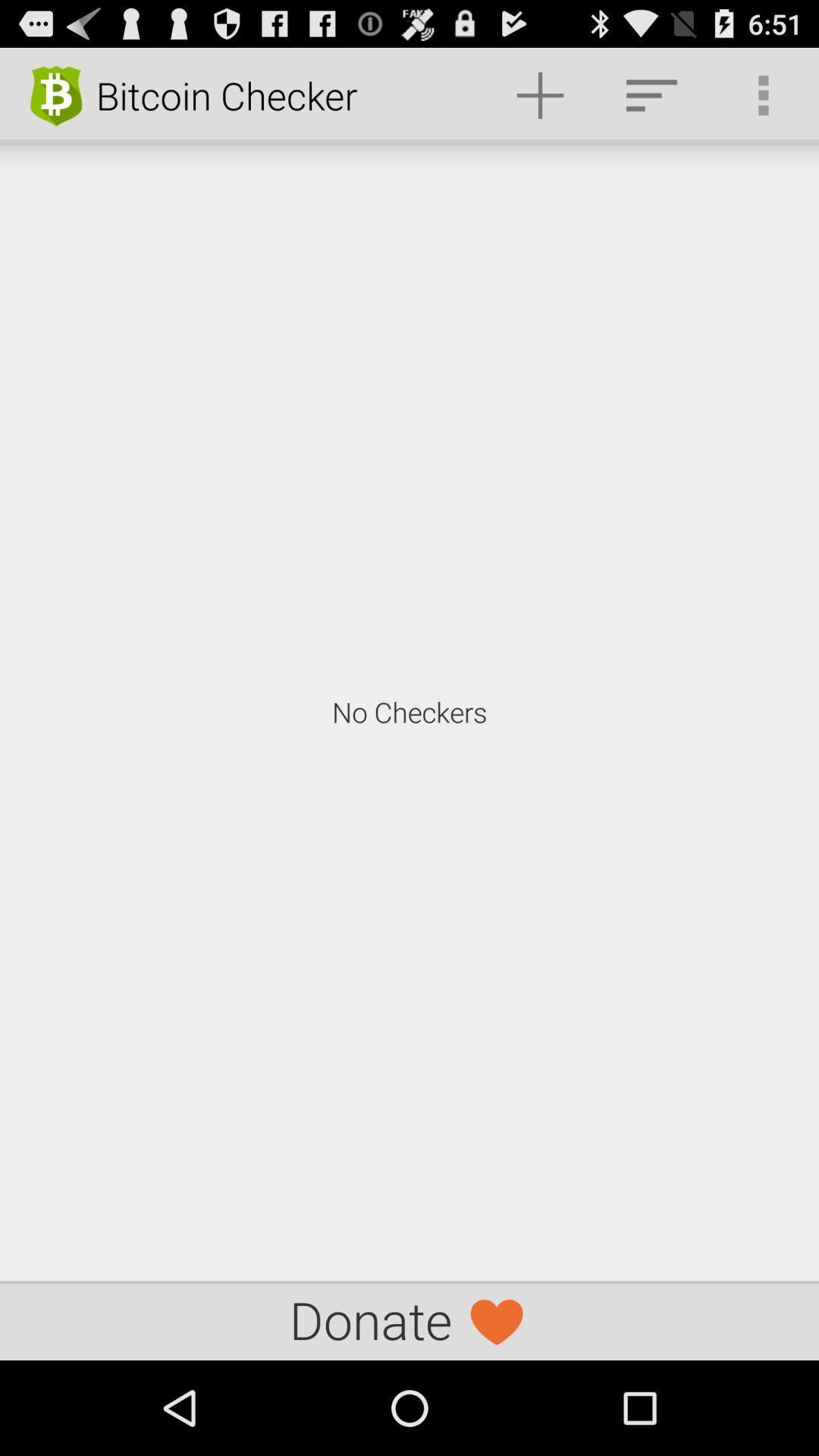  Describe the element at coordinates (409, 1319) in the screenshot. I see `the item below the no checkers icon` at that location.